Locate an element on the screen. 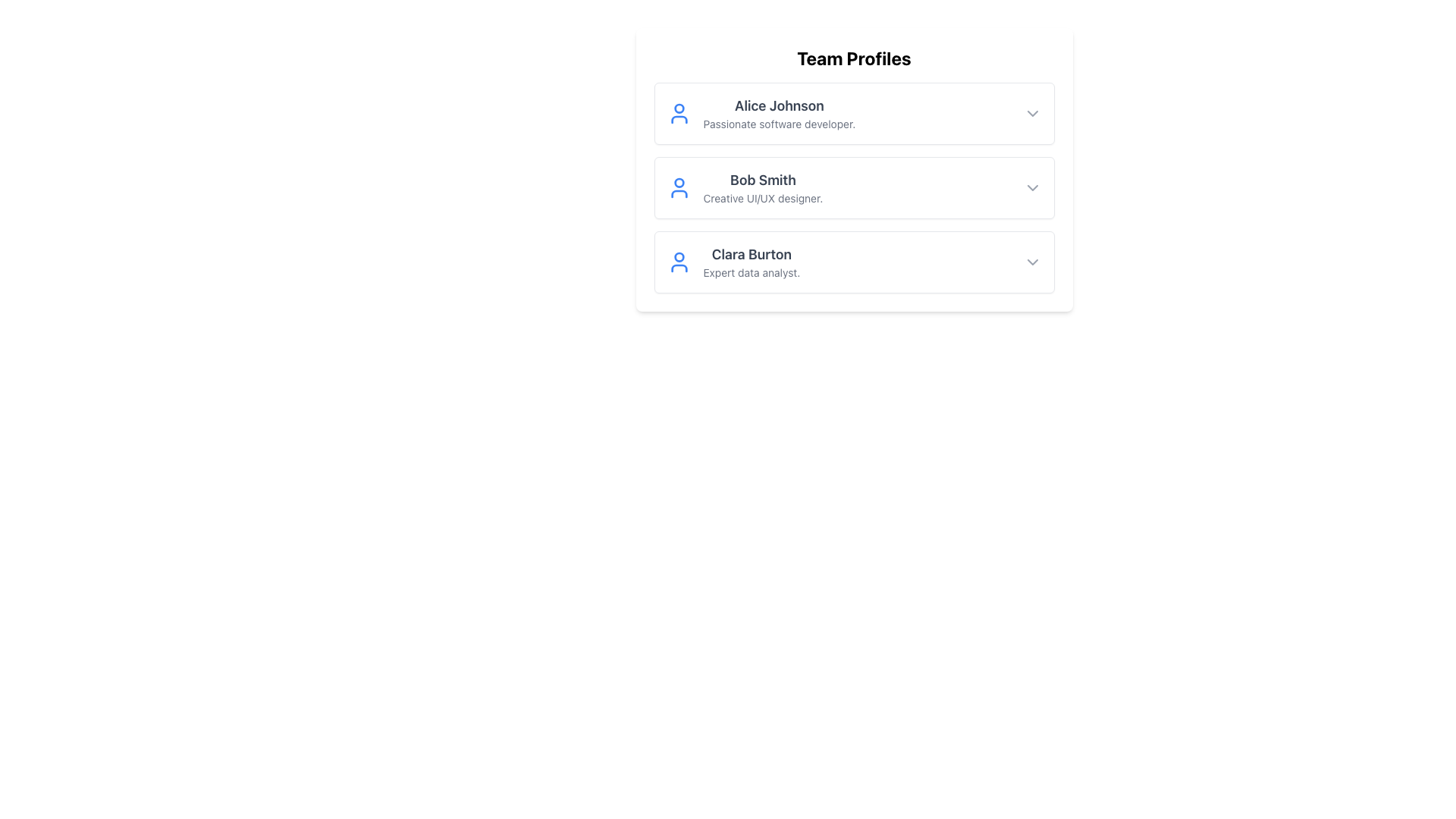 The width and height of the screenshot is (1456, 819). the text block displaying 'Clara Burton' and 'Expert data analyst' which is the third entry in the team profiles list is located at coordinates (752, 262).